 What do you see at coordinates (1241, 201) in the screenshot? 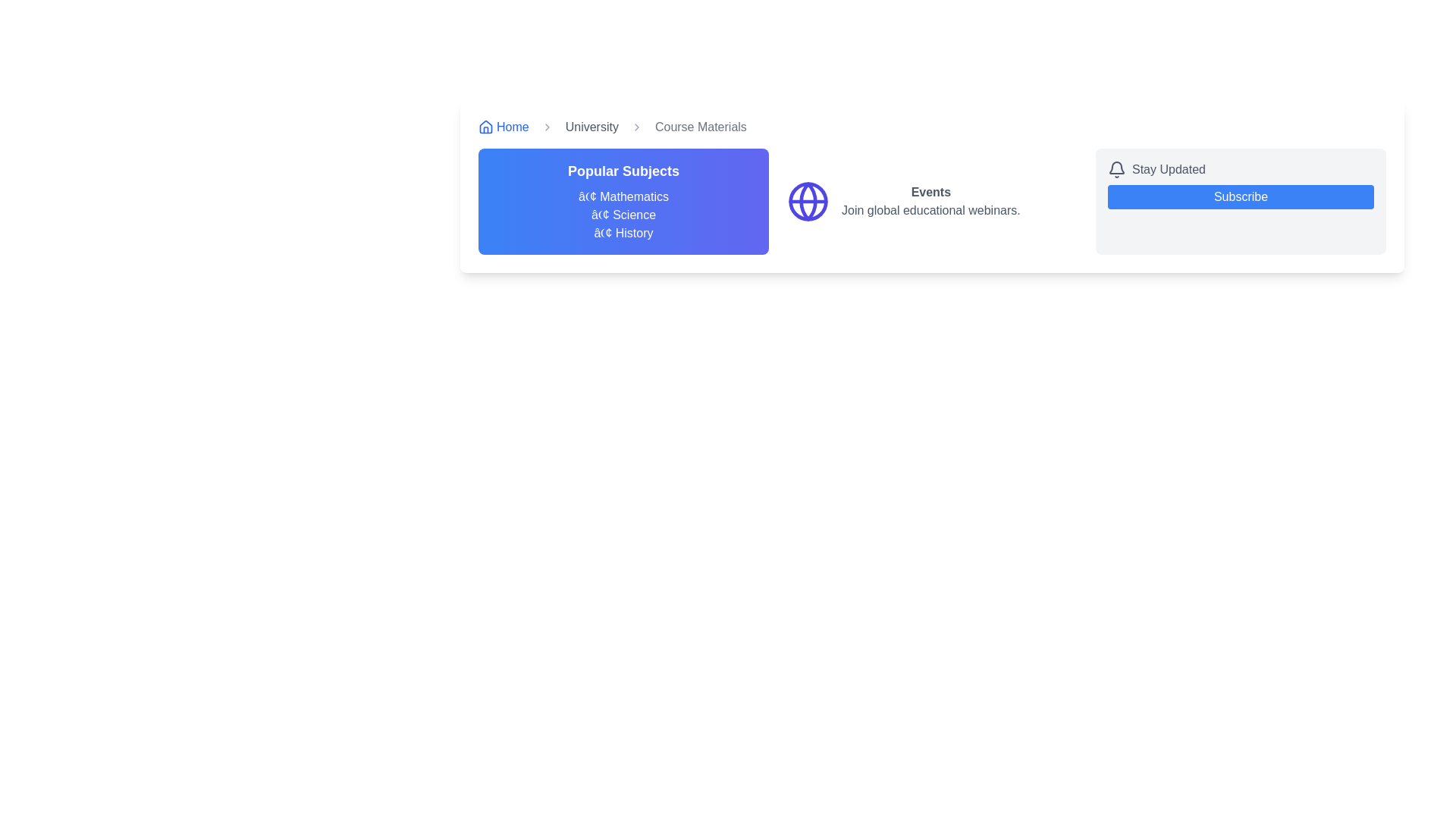
I see `displayed text from the 'Subscribe' button in the rightmost column of the layout, which prompts users to stay updated by subscribing` at bounding box center [1241, 201].